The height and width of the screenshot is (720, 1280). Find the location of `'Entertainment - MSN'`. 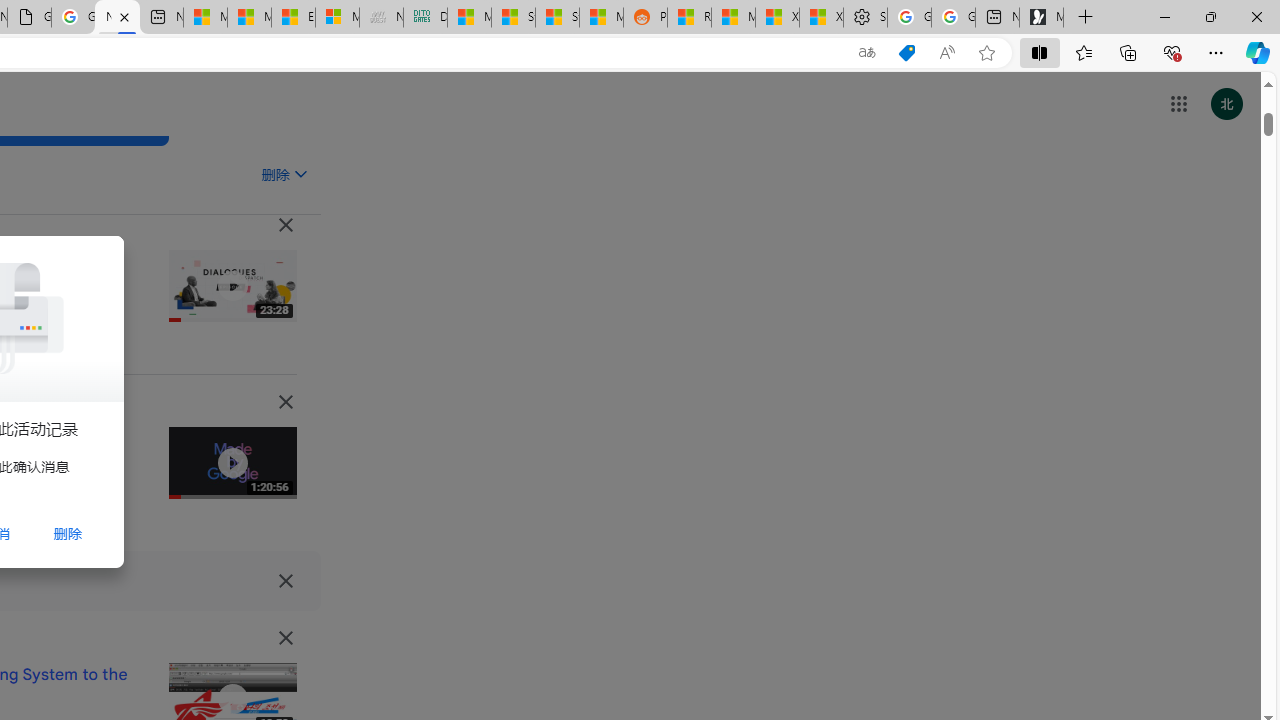

'Entertainment - MSN' is located at coordinates (292, 17).